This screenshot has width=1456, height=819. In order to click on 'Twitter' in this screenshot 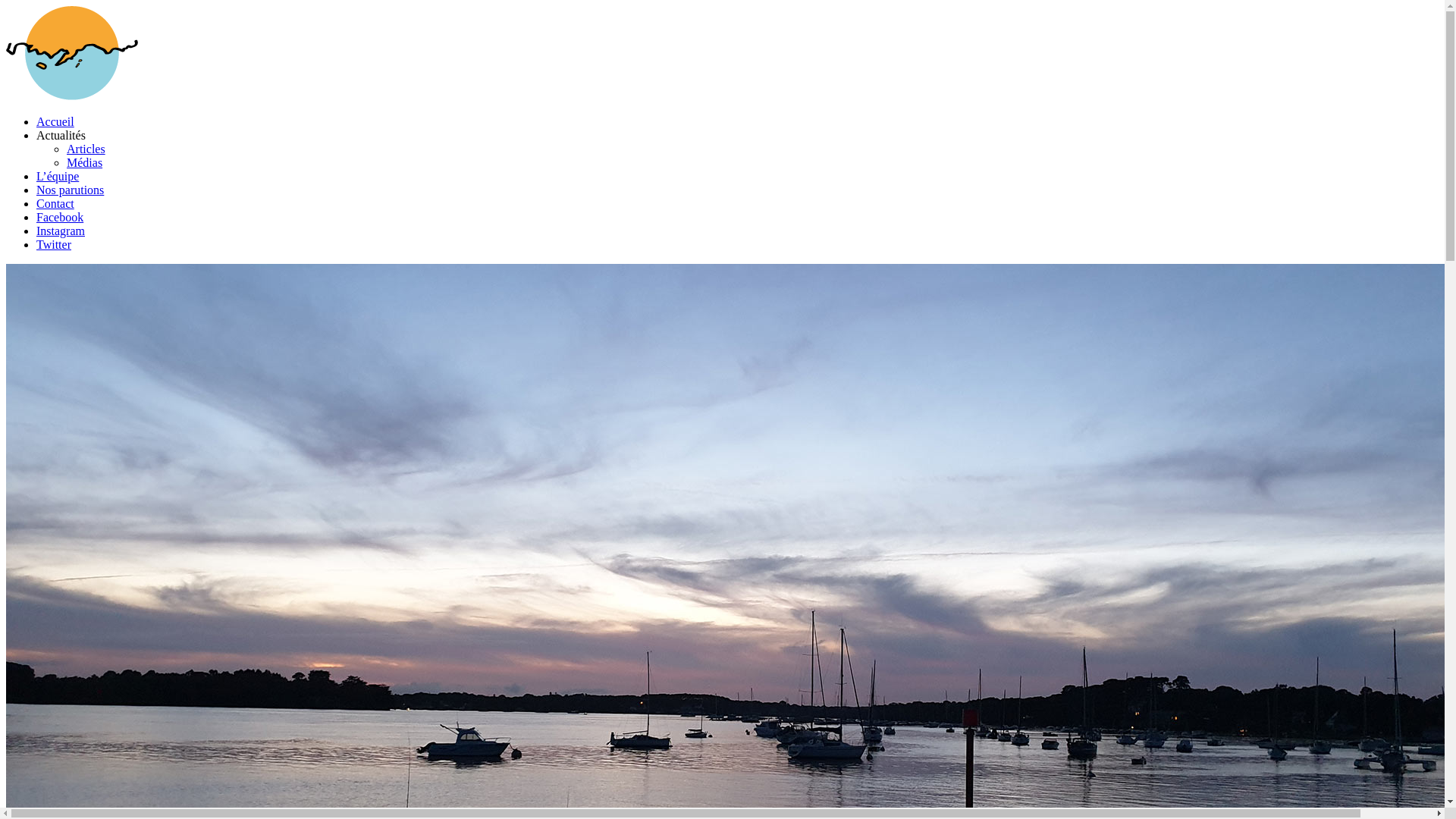, I will do `click(54, 243)`.